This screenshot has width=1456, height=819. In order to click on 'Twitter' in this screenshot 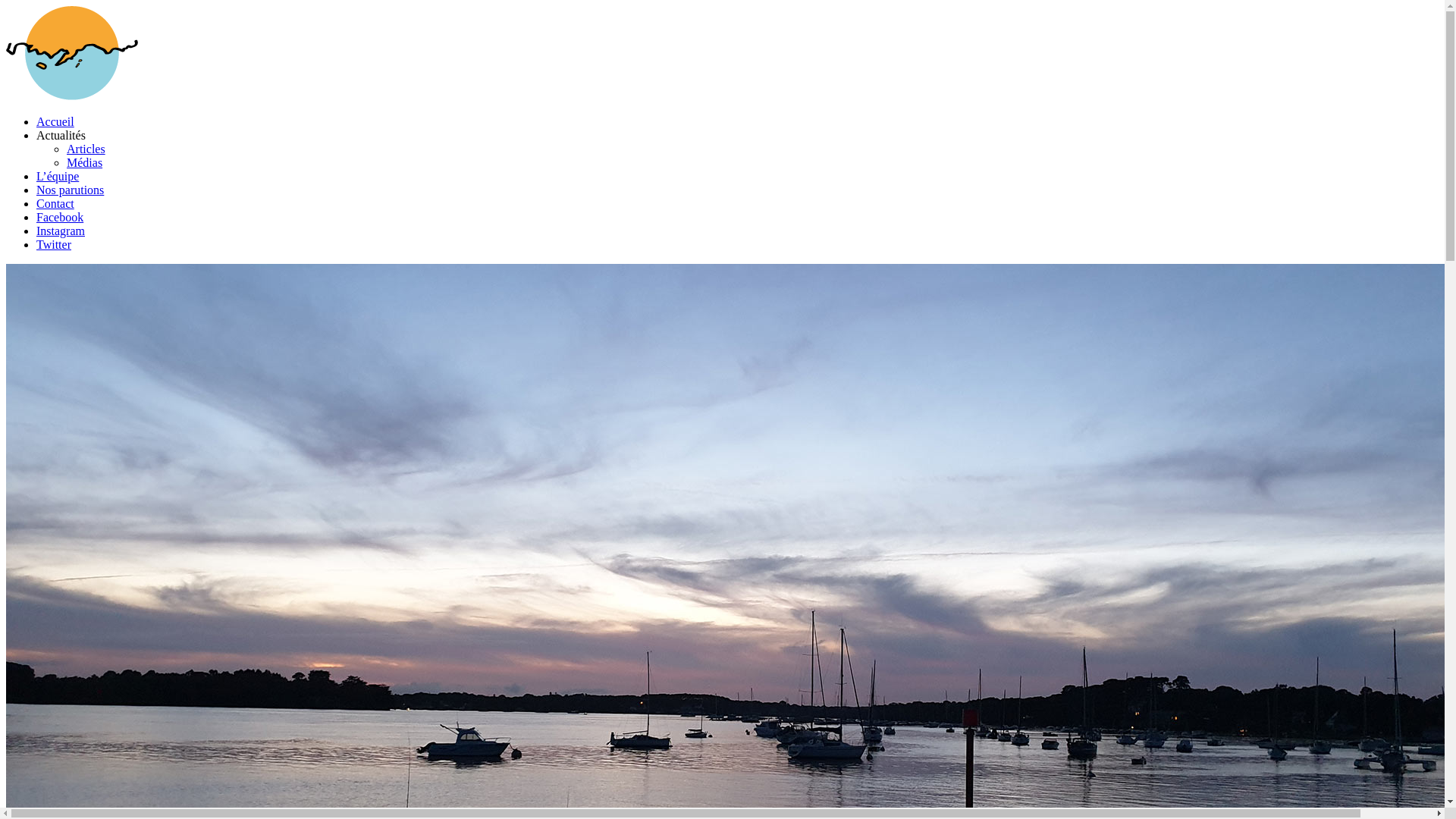, I will do `click(54, 243)`.